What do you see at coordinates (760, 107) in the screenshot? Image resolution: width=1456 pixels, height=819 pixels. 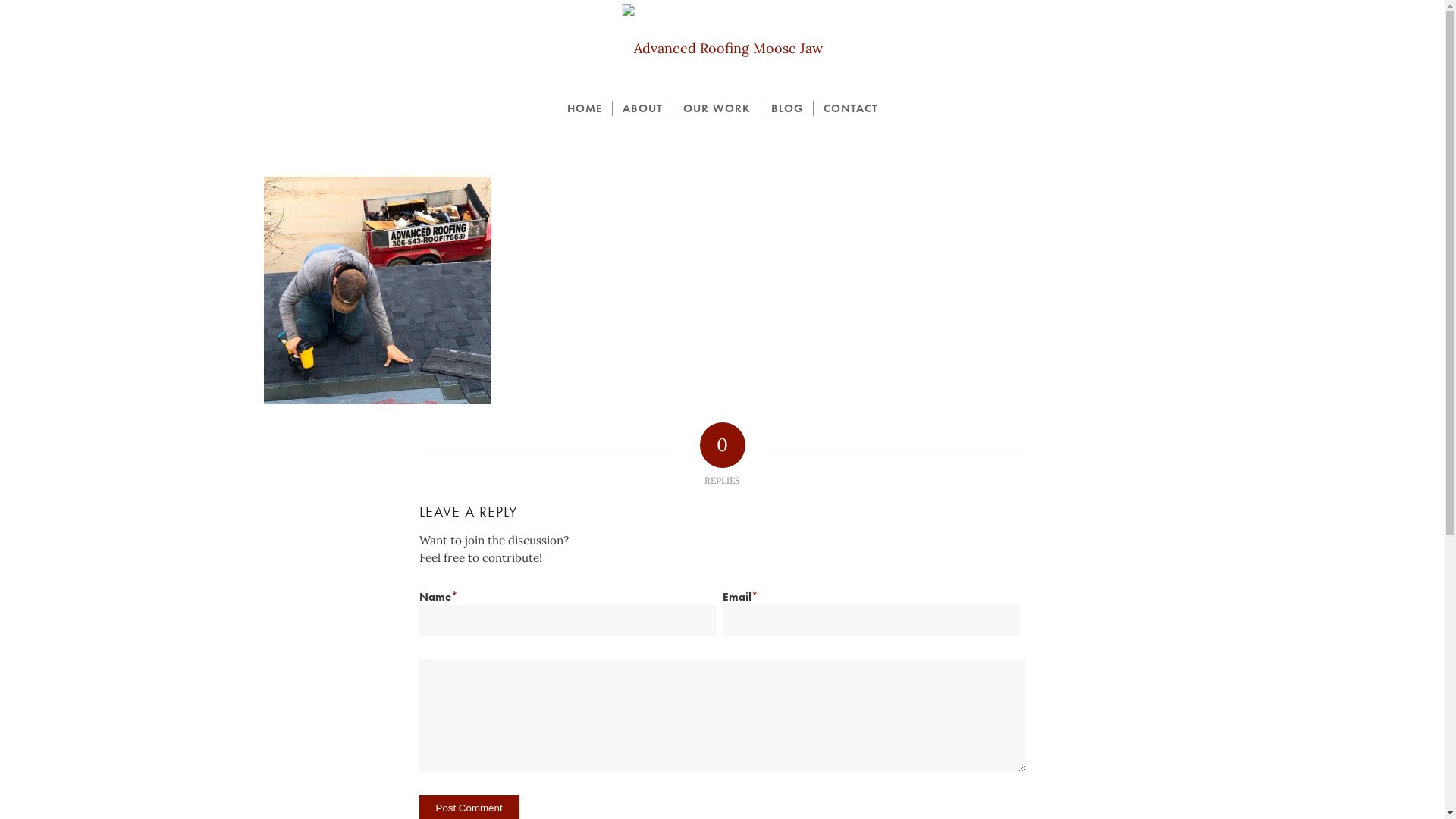 I see `'BLOG'` at bounding box center [760, 107].